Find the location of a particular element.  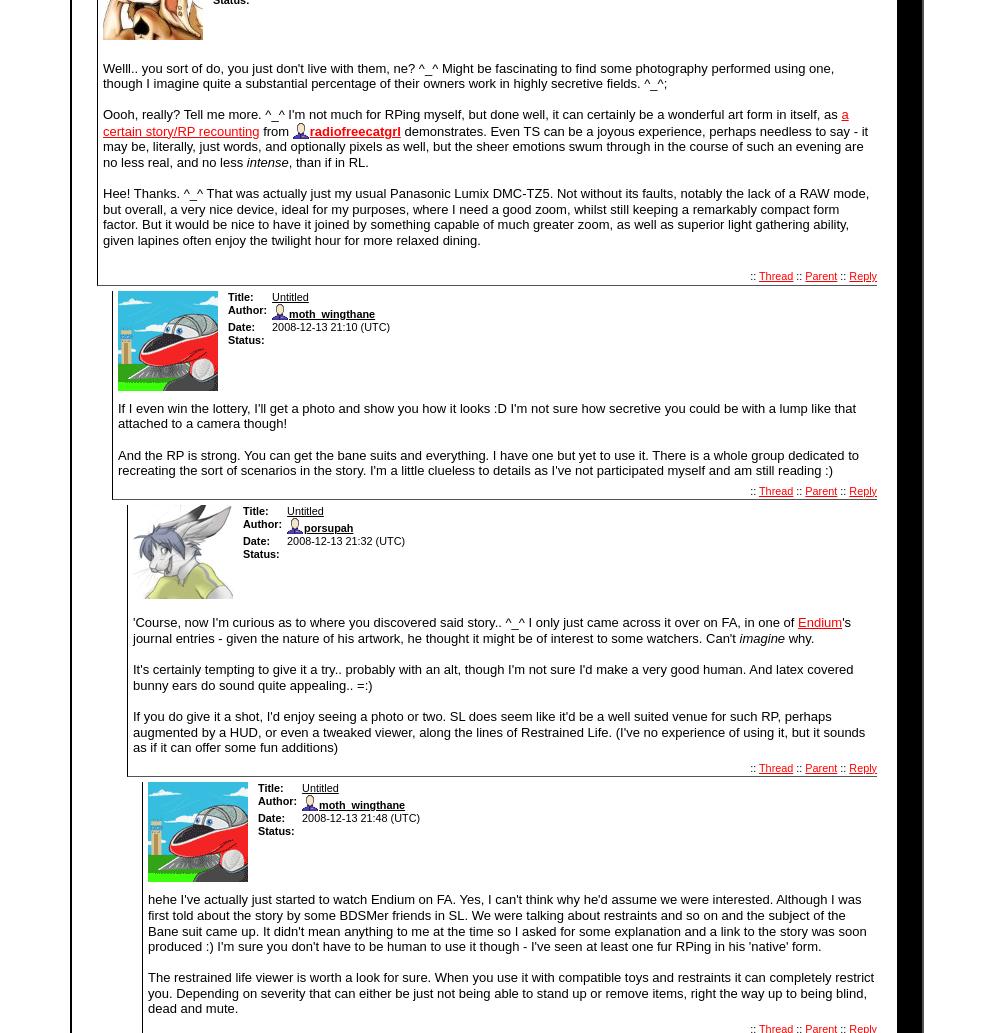

'radiofreecatgrl' is located at coordinates (353, 130).